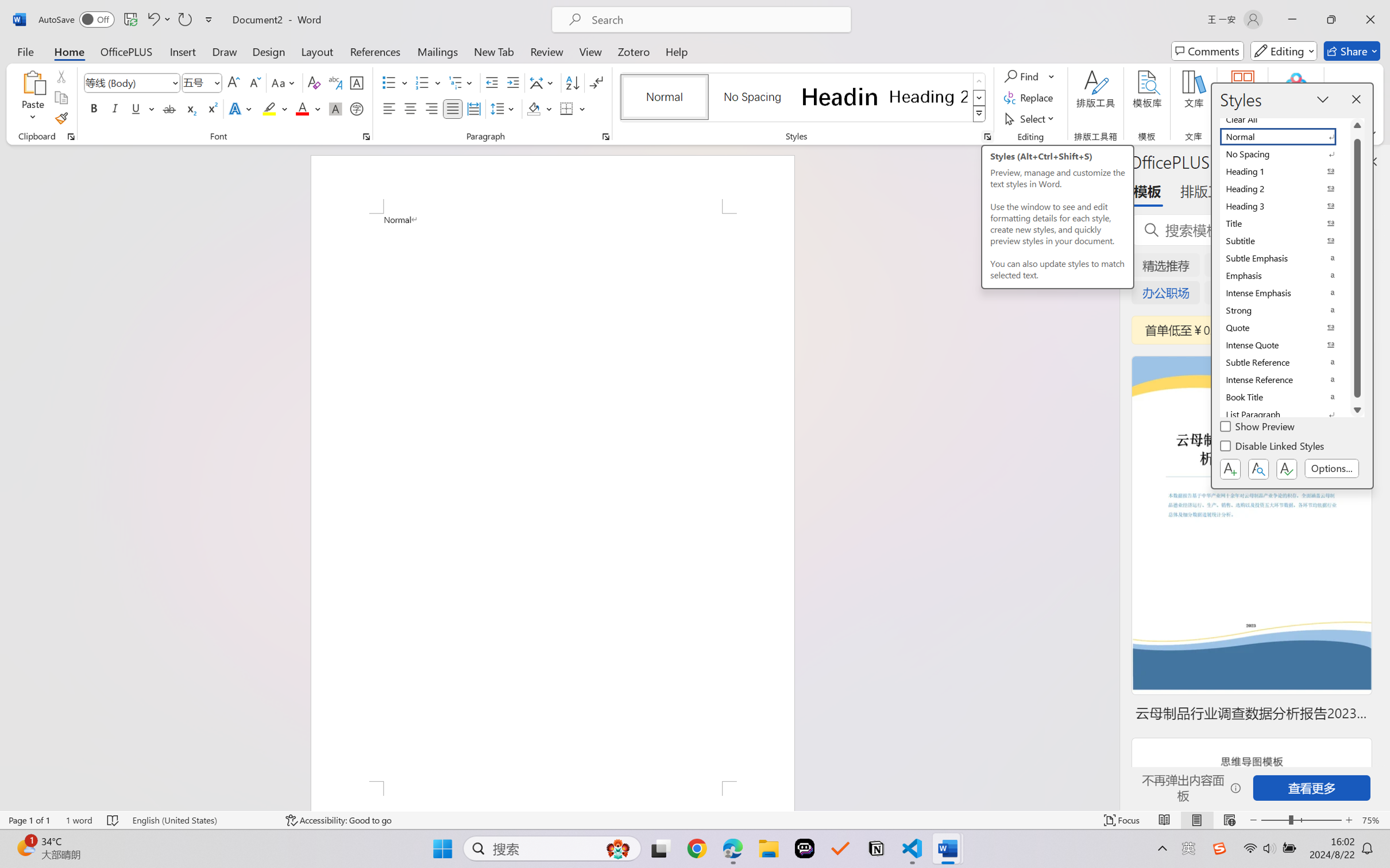 The image size is (1390, 868). I want to click on 'Line and Paragraph Spacing', so click(503, 108).